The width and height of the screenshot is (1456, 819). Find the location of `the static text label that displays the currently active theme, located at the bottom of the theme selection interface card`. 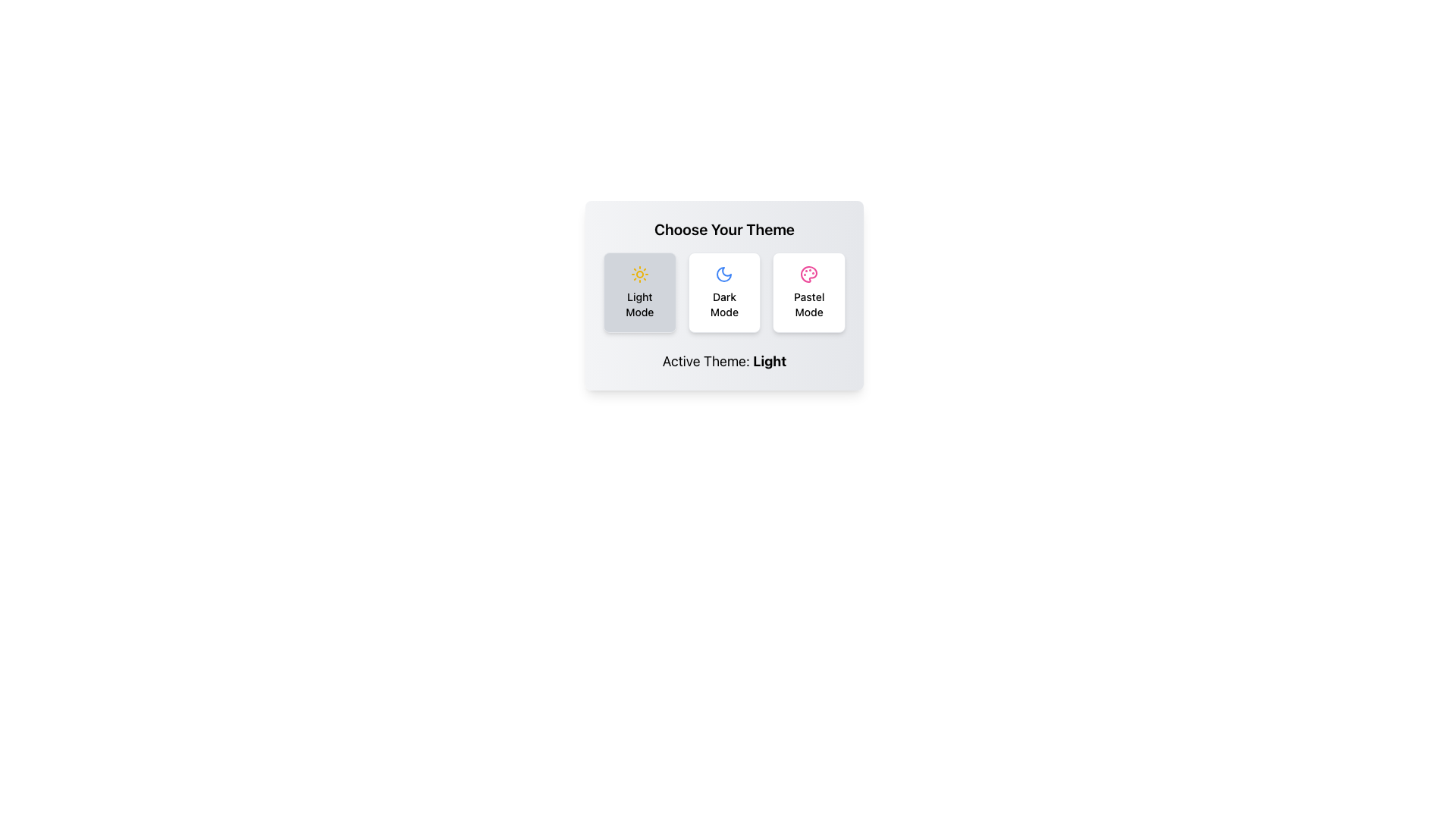

the static text label that displays the currently active theme, located at the bottom of the theme selection interface card is located at coordinates (723, 362).